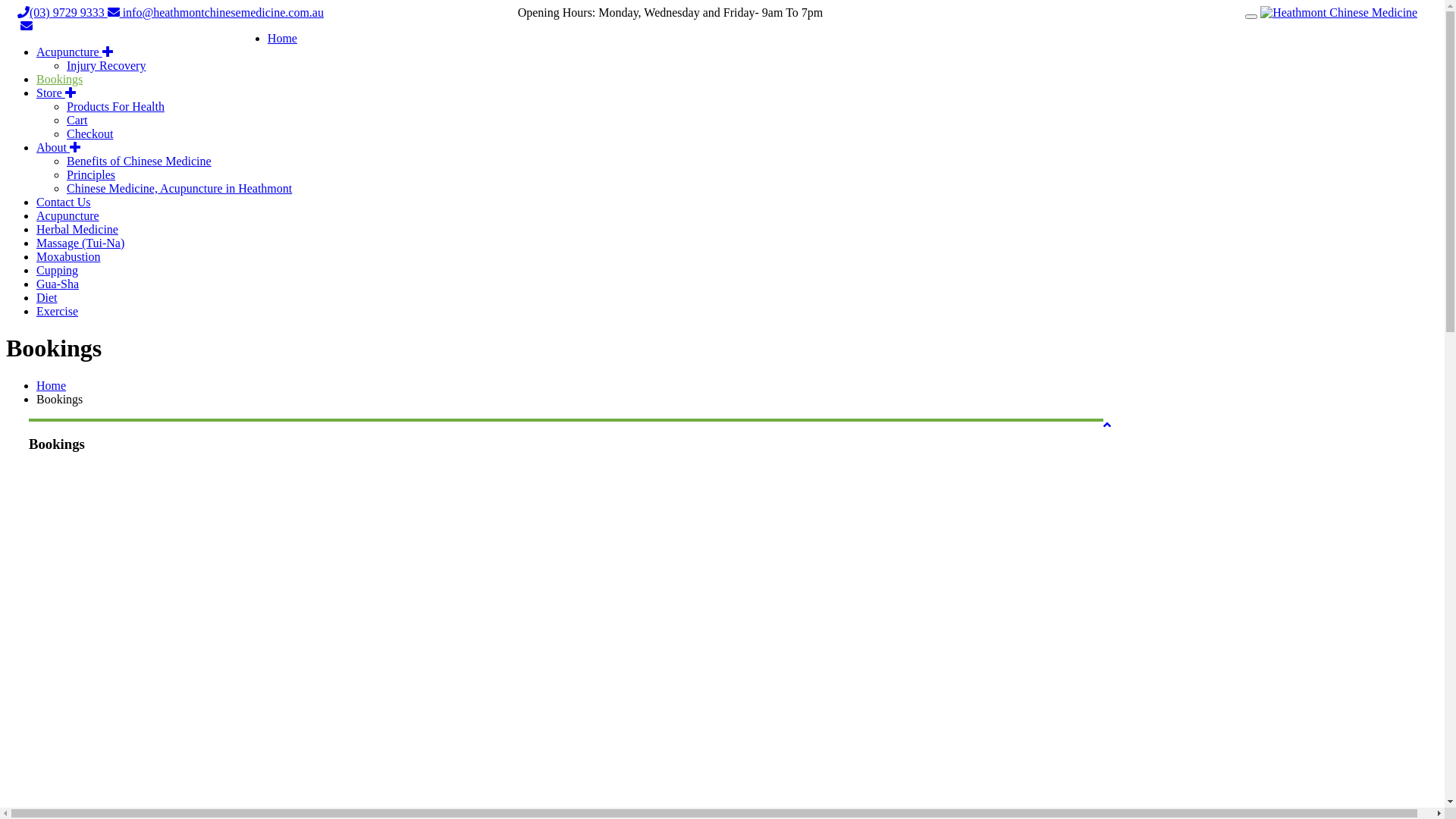 This screenshot has height=819, width=1456. Describe the element at coordinates (47, 297) in the screenshot. I see `'Diet'` at that location.